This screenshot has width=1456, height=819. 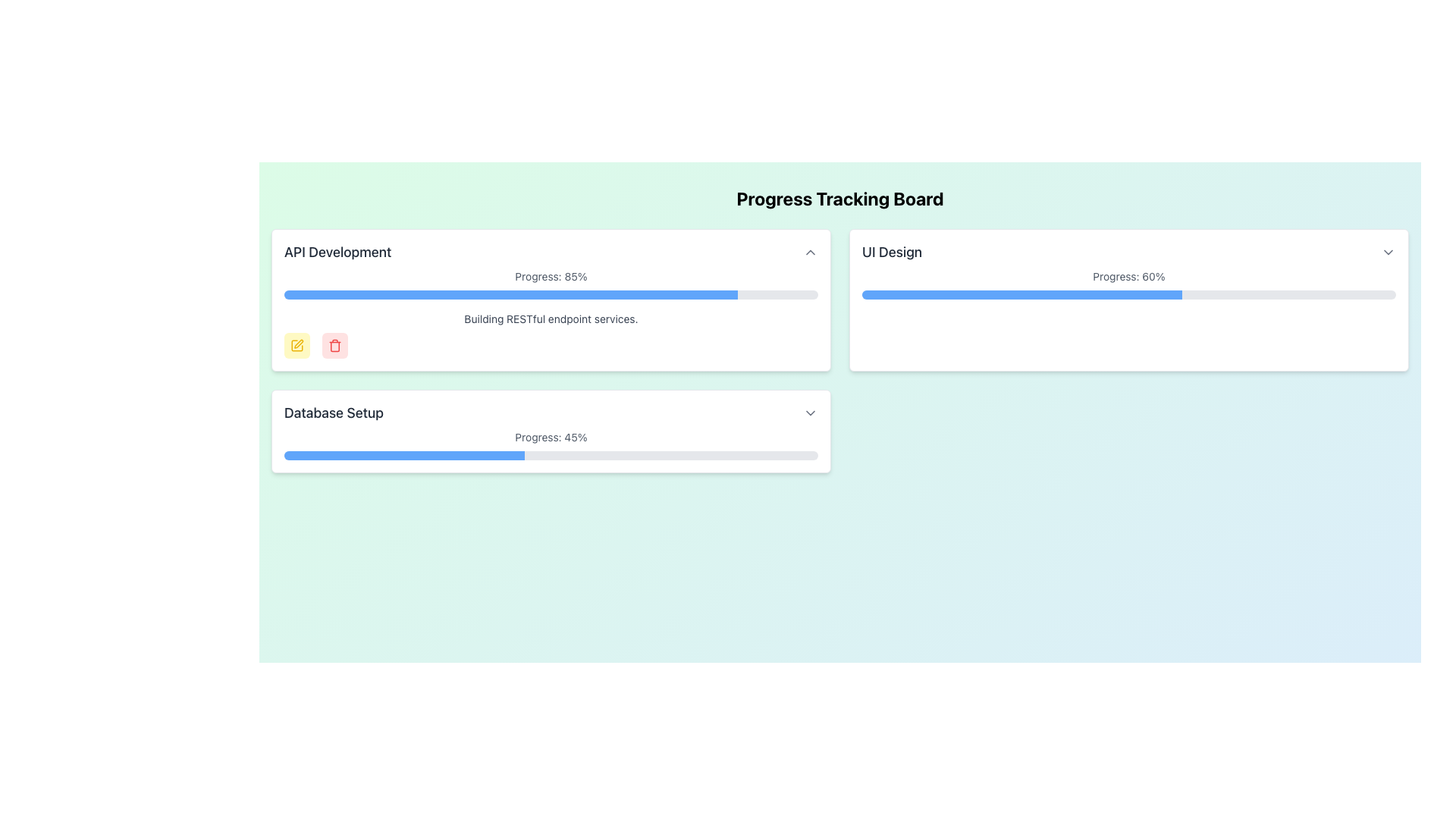 What do you see at coordinates (460, 455) in the screenshot?
I see `the progress bar` at bounding box center [460, 455].